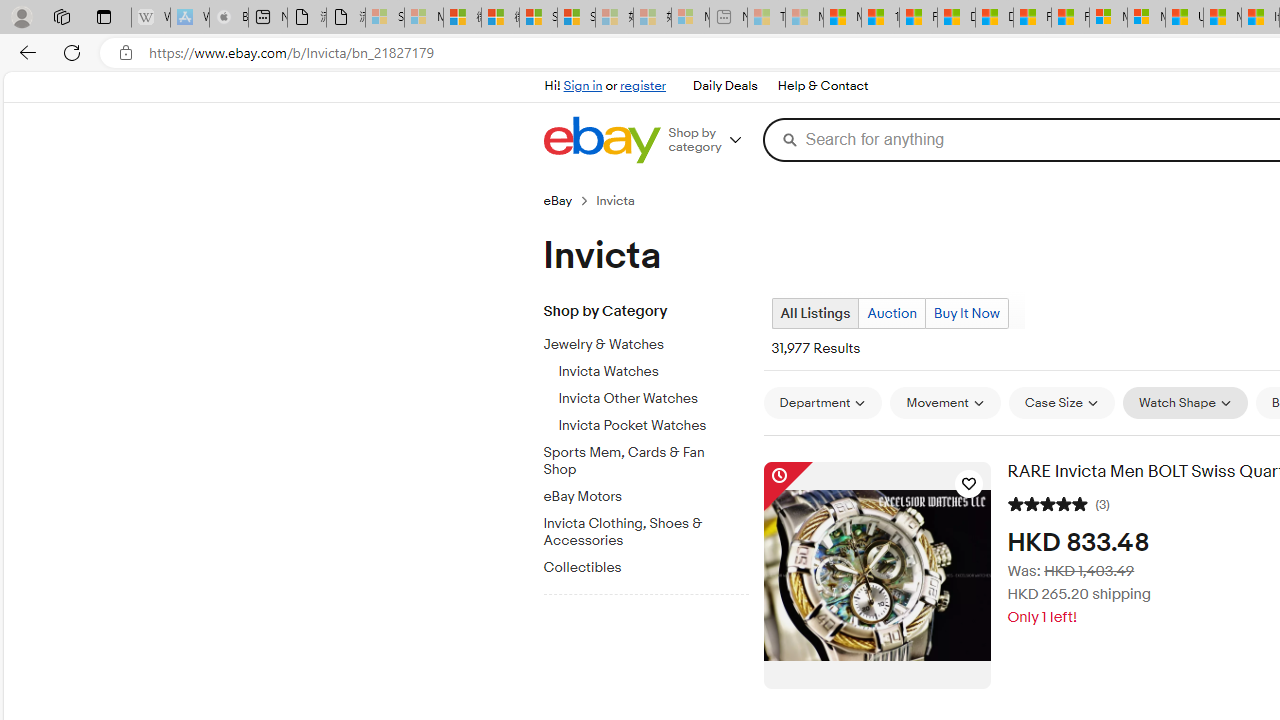  I want to click on 'Invicta Pocket Watches', so click(653, 425).